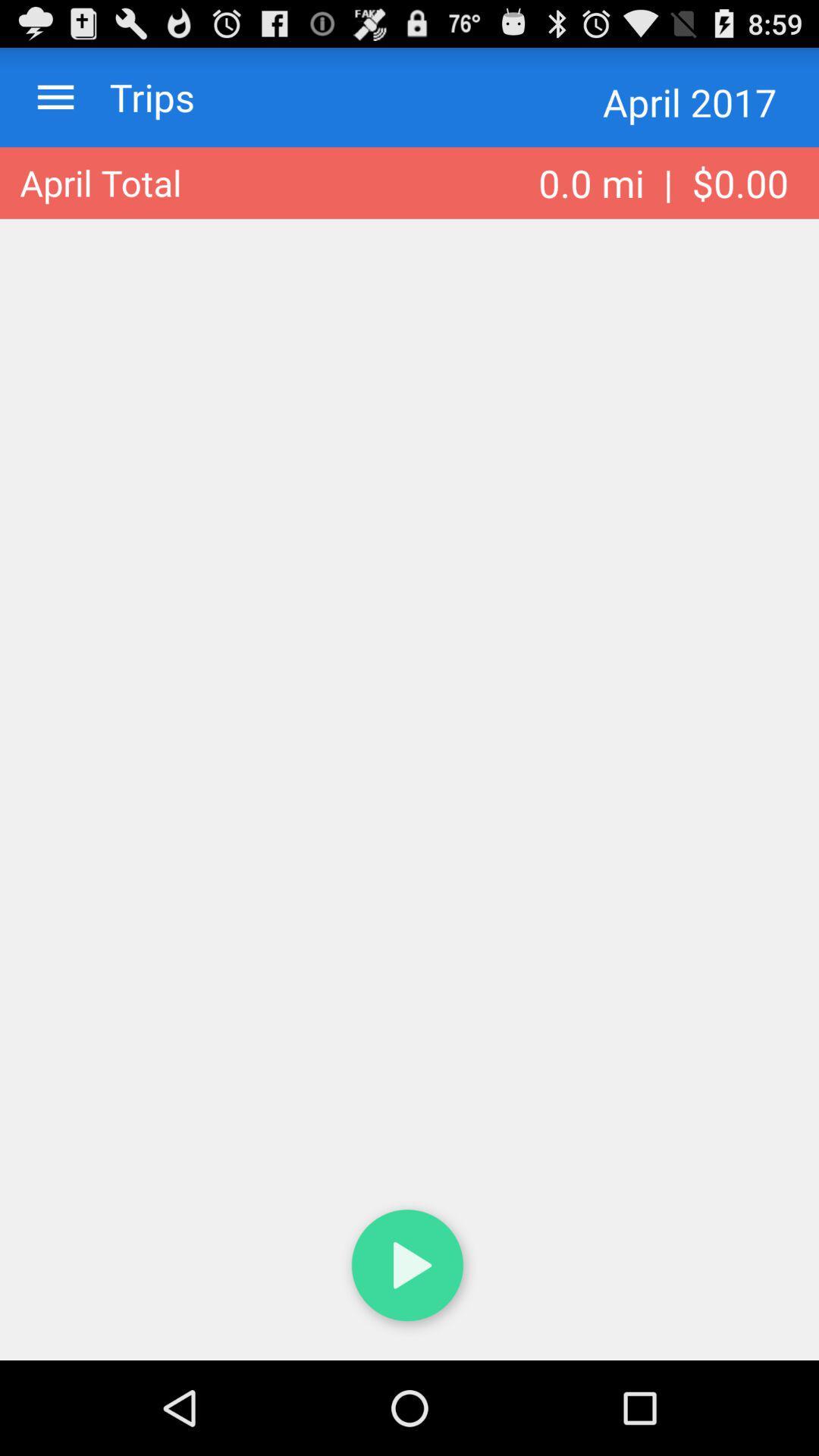 The image size is (819, 1456). What do you see at coordinates (663, 182) in the screenshot?
I see `the item to the right of april total icon` at bounding box center [663, 182].